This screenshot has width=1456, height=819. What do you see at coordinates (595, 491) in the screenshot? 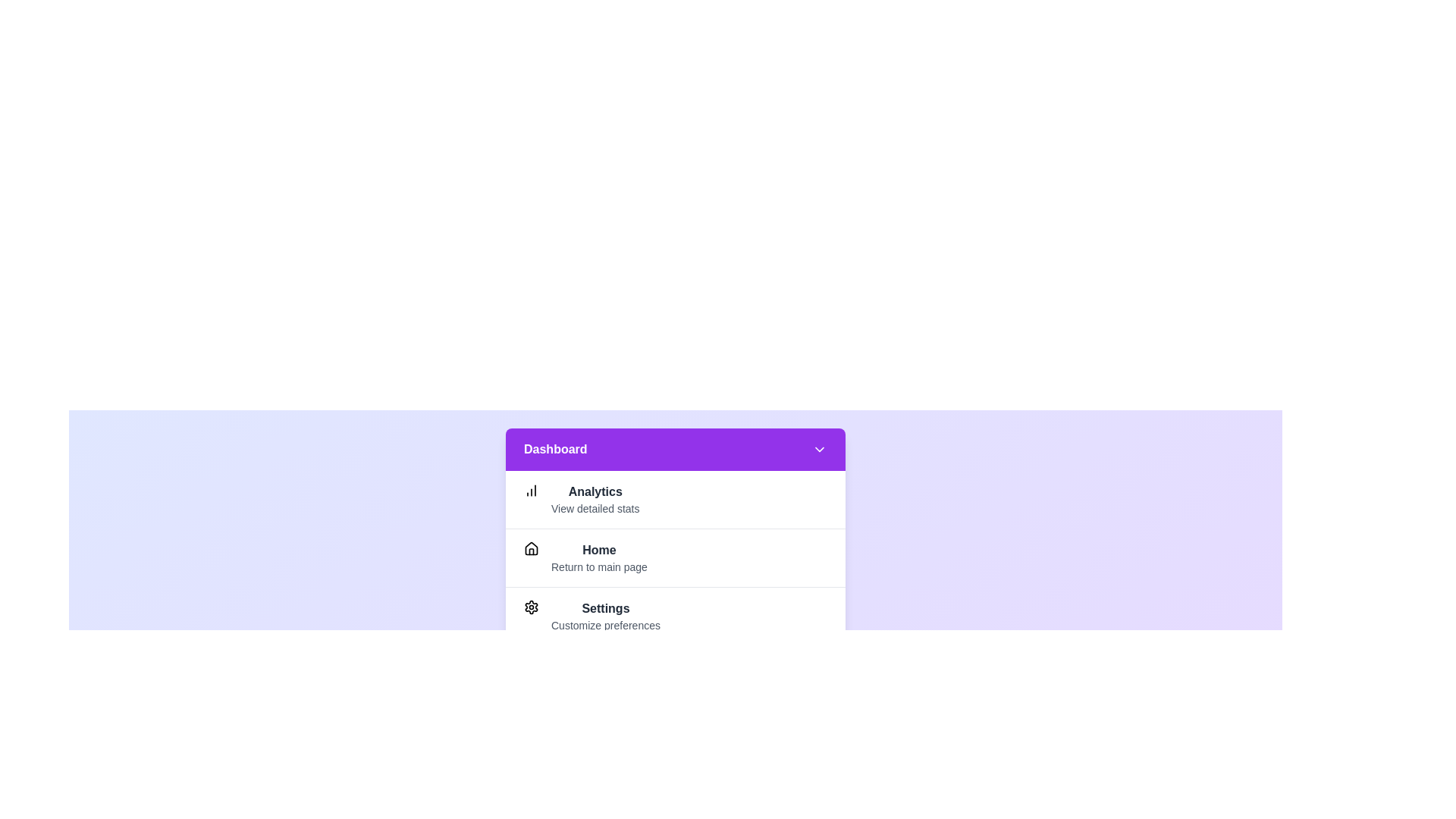
I see `the 'Analytics' menu item` at bounding box center [595, 491].